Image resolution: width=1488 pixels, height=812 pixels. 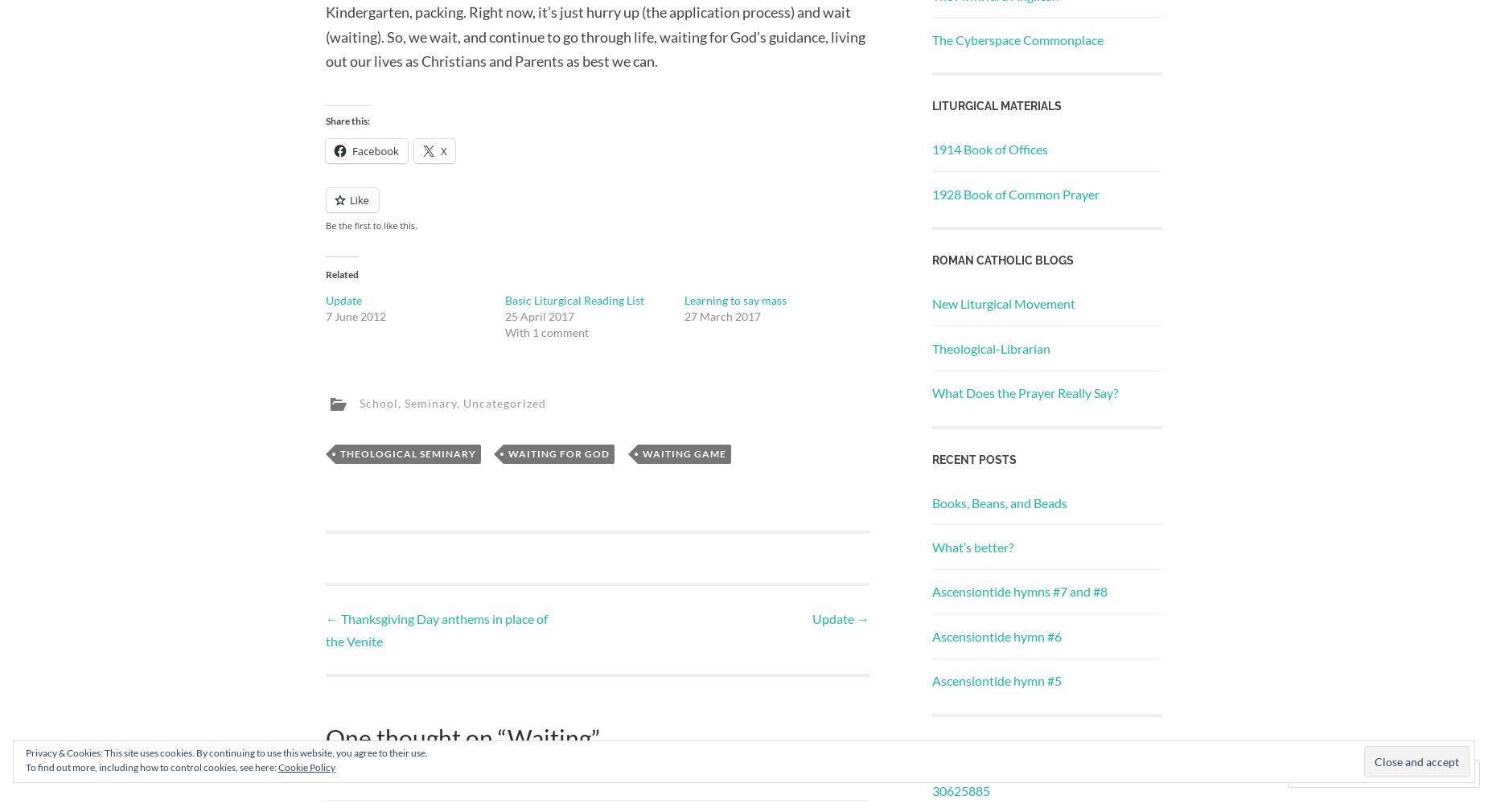 What do you see at coordinates (642, 452) in the screenshot?
I see `'waiting game'` at bounding box center [642, 452].